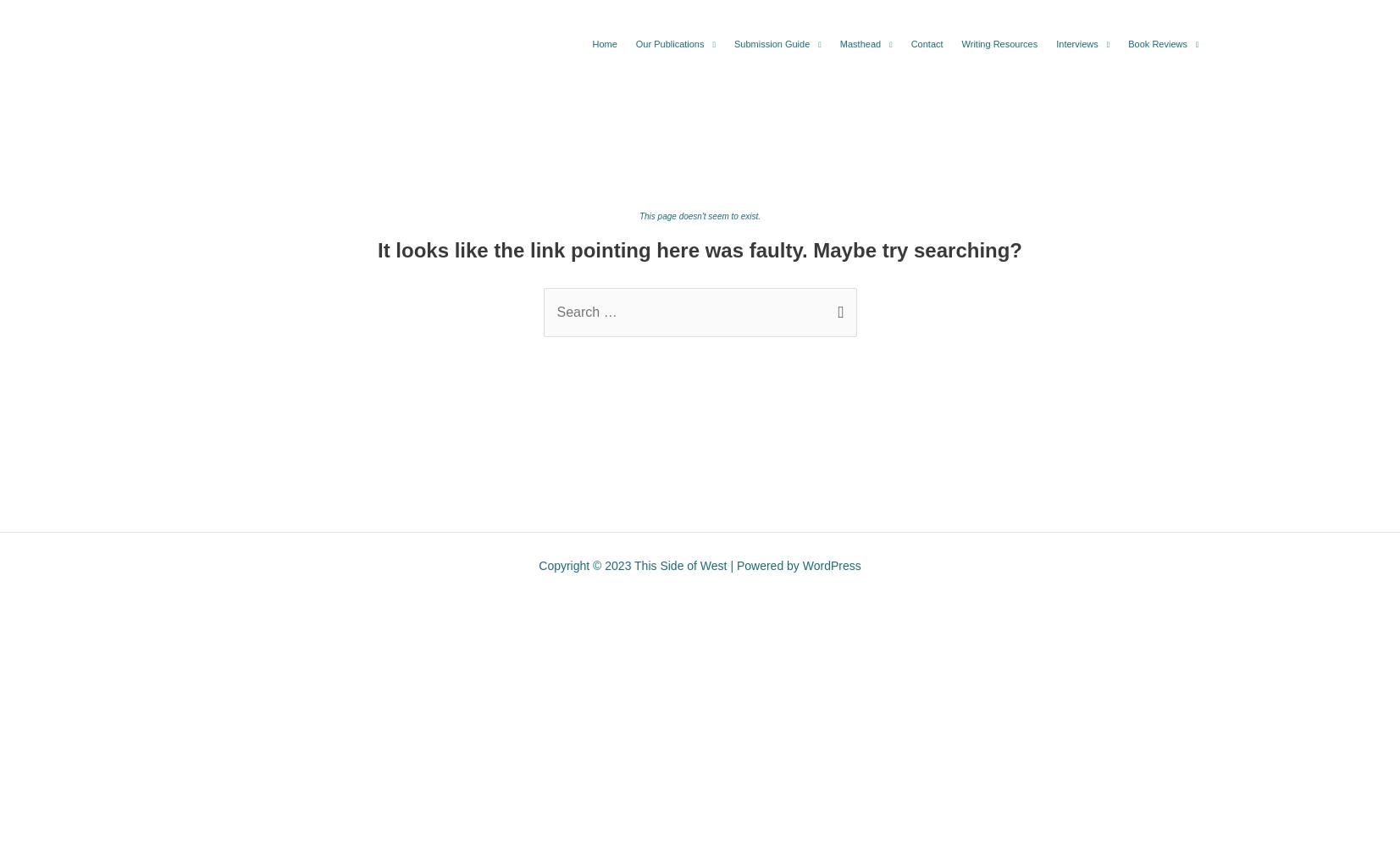  What do you see at coordinates (603, 44) in the screenshot?
I see `'Home'` at bounding box center [603, 44].